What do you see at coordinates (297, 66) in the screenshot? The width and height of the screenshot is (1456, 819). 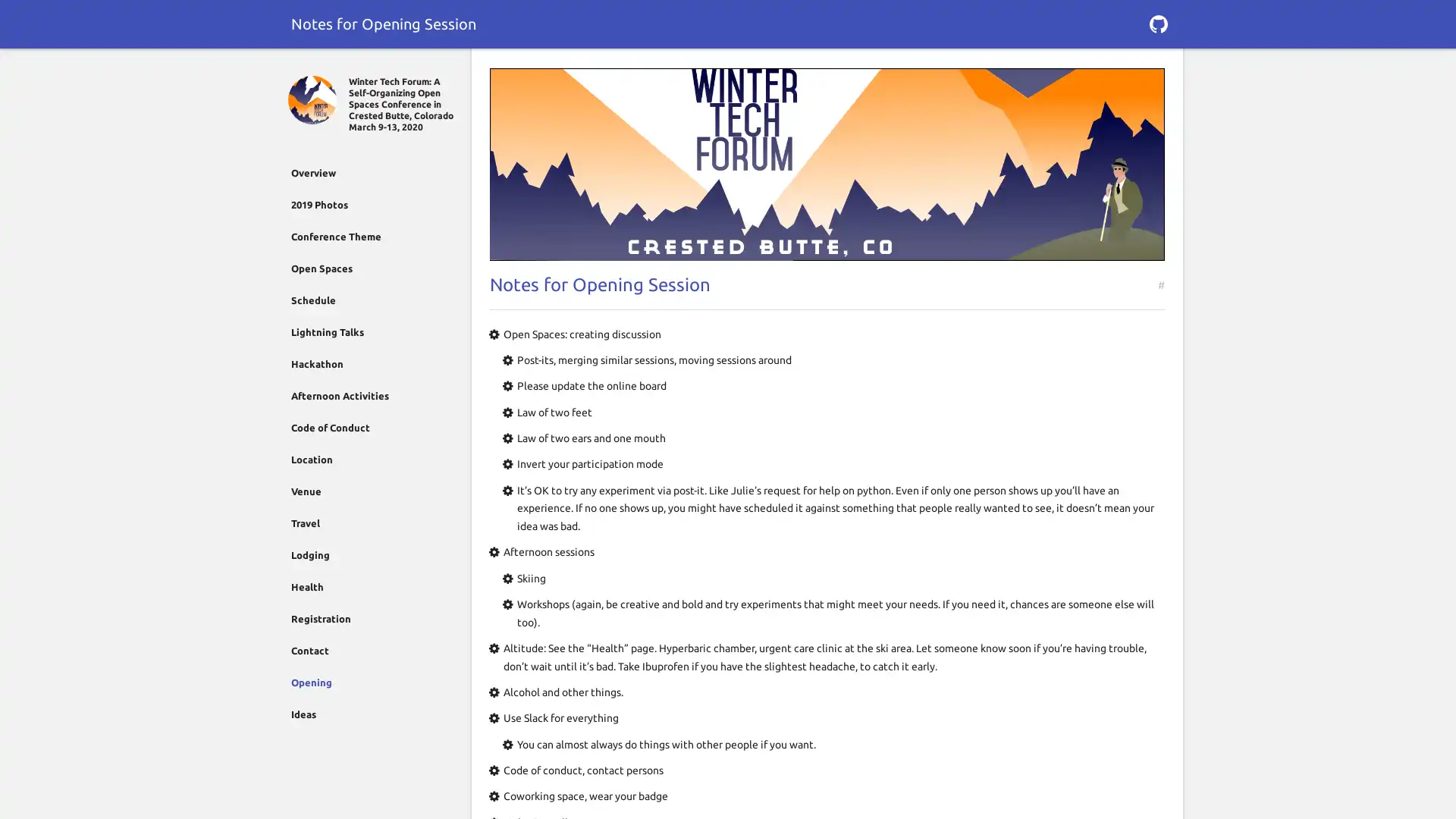 I see `Close` at bounding box center [297, 66].